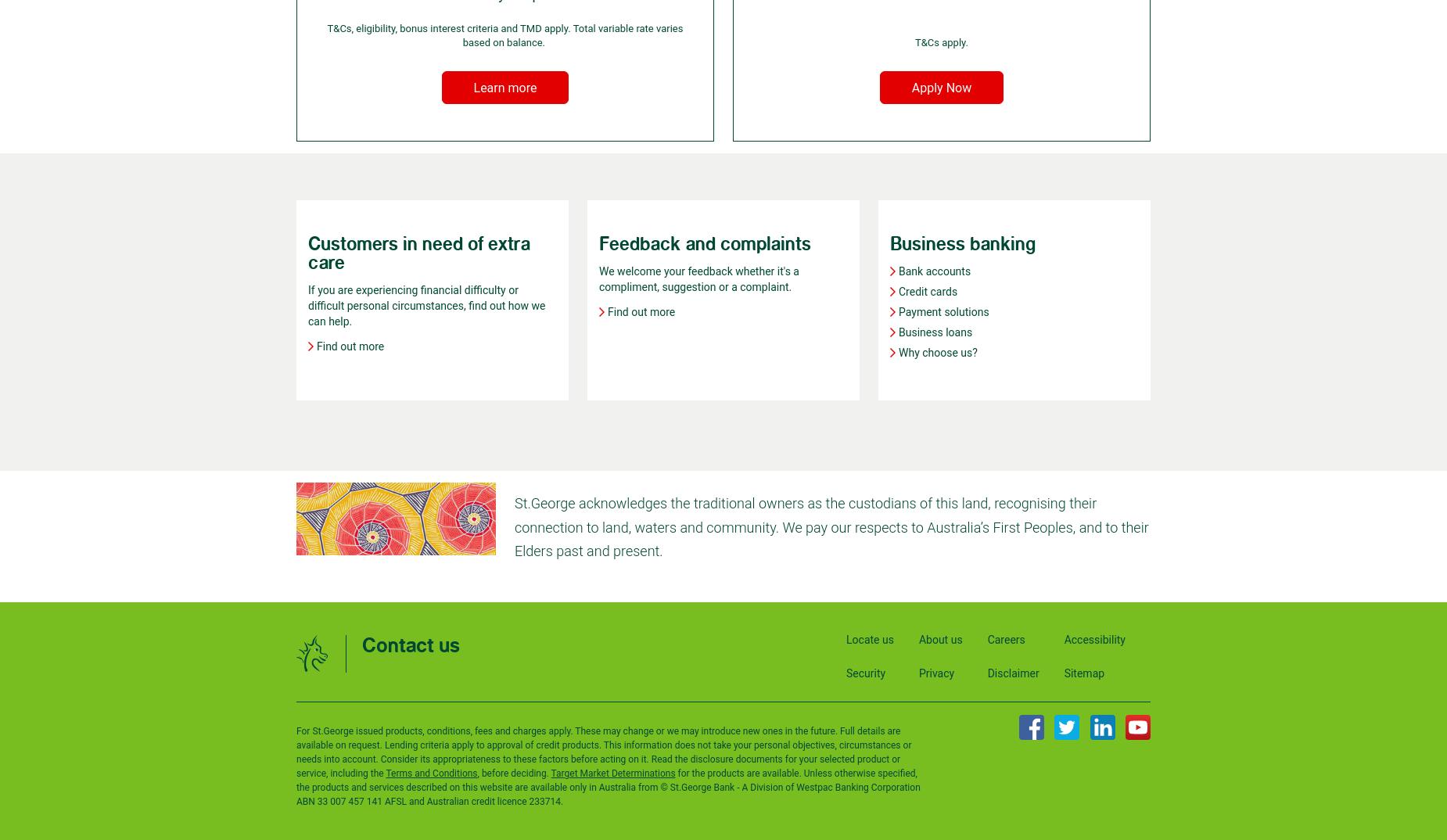 The image size is (1447, 840). I want to click on 'Security', so click(865, 673).